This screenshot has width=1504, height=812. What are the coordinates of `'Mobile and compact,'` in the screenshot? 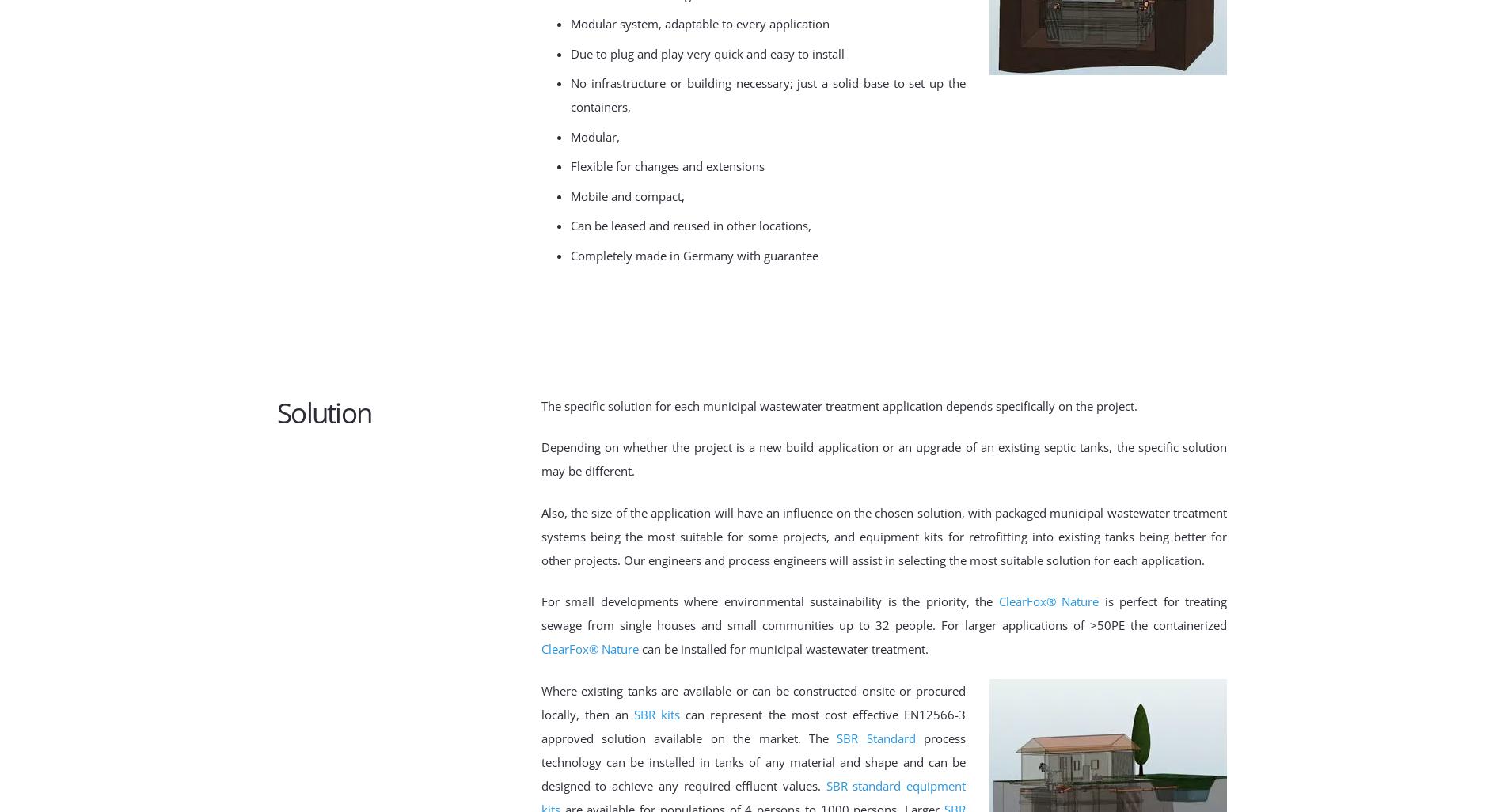 It's located at (570, 195).